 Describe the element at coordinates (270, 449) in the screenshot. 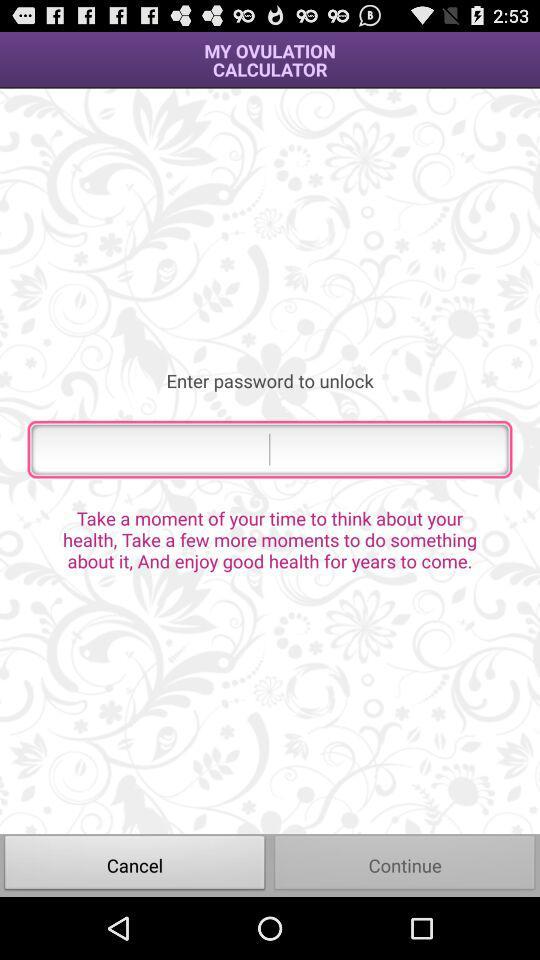

I see `required password to continue` at that location.